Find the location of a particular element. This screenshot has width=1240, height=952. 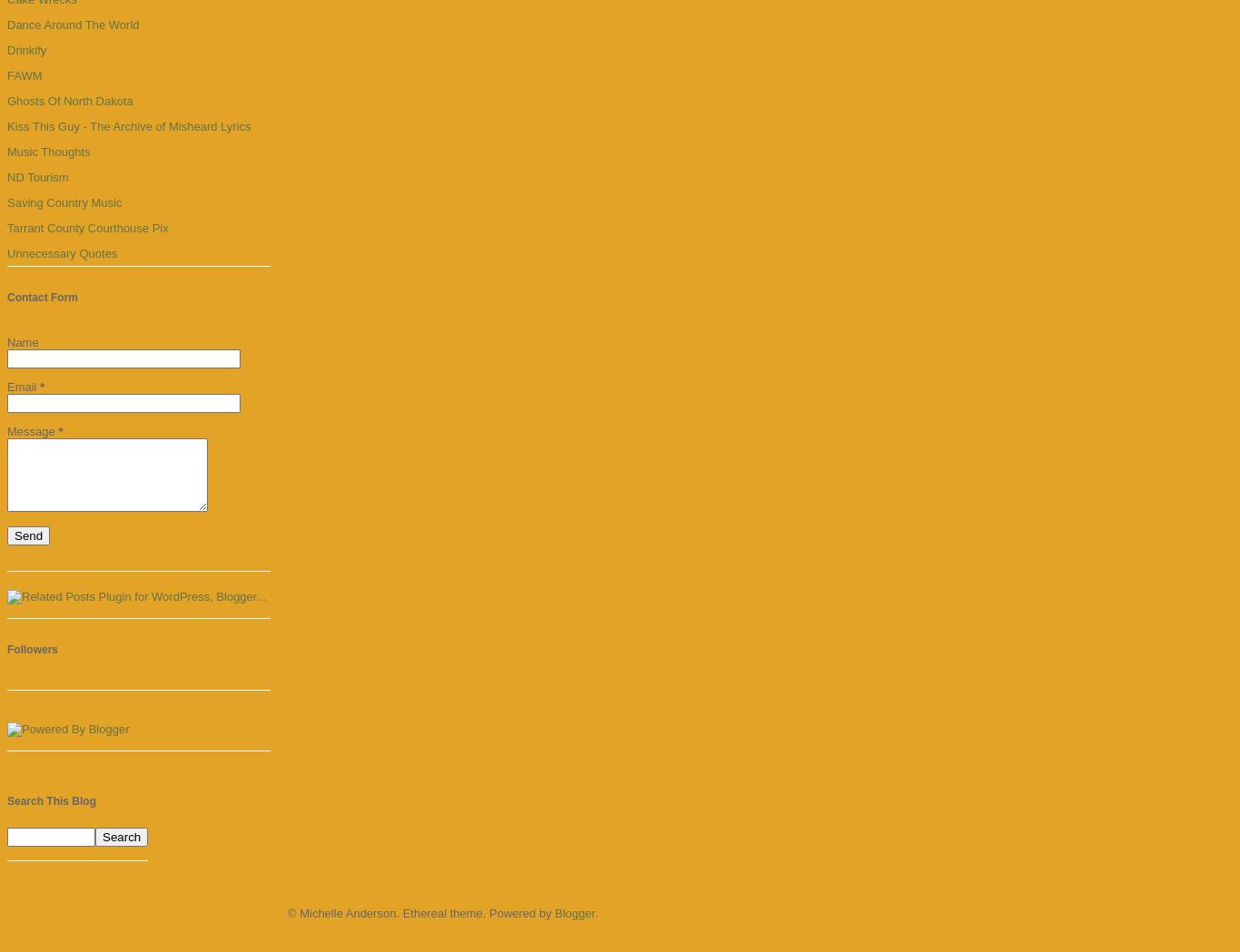

'Email' is located at coordinates (23, 386).